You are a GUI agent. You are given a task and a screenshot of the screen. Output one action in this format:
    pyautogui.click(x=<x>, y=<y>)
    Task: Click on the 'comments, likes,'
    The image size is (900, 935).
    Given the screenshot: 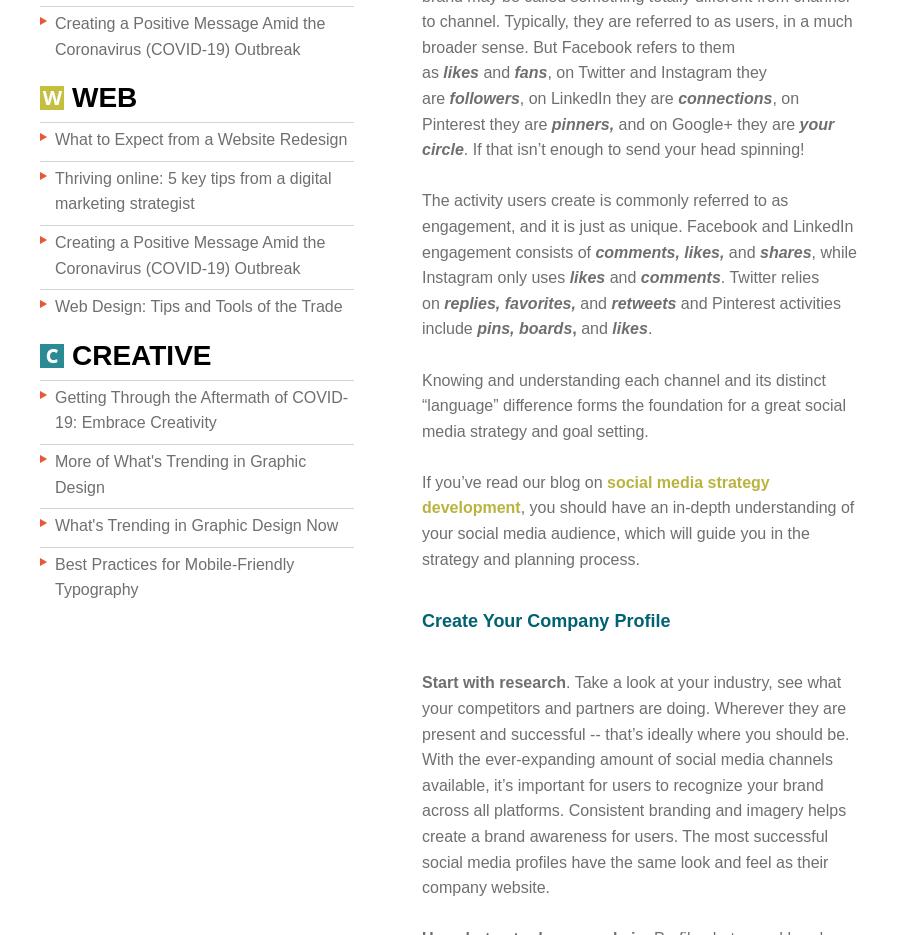 What is the action you would take?
    pyautogui.click(x=659, y=251)
    